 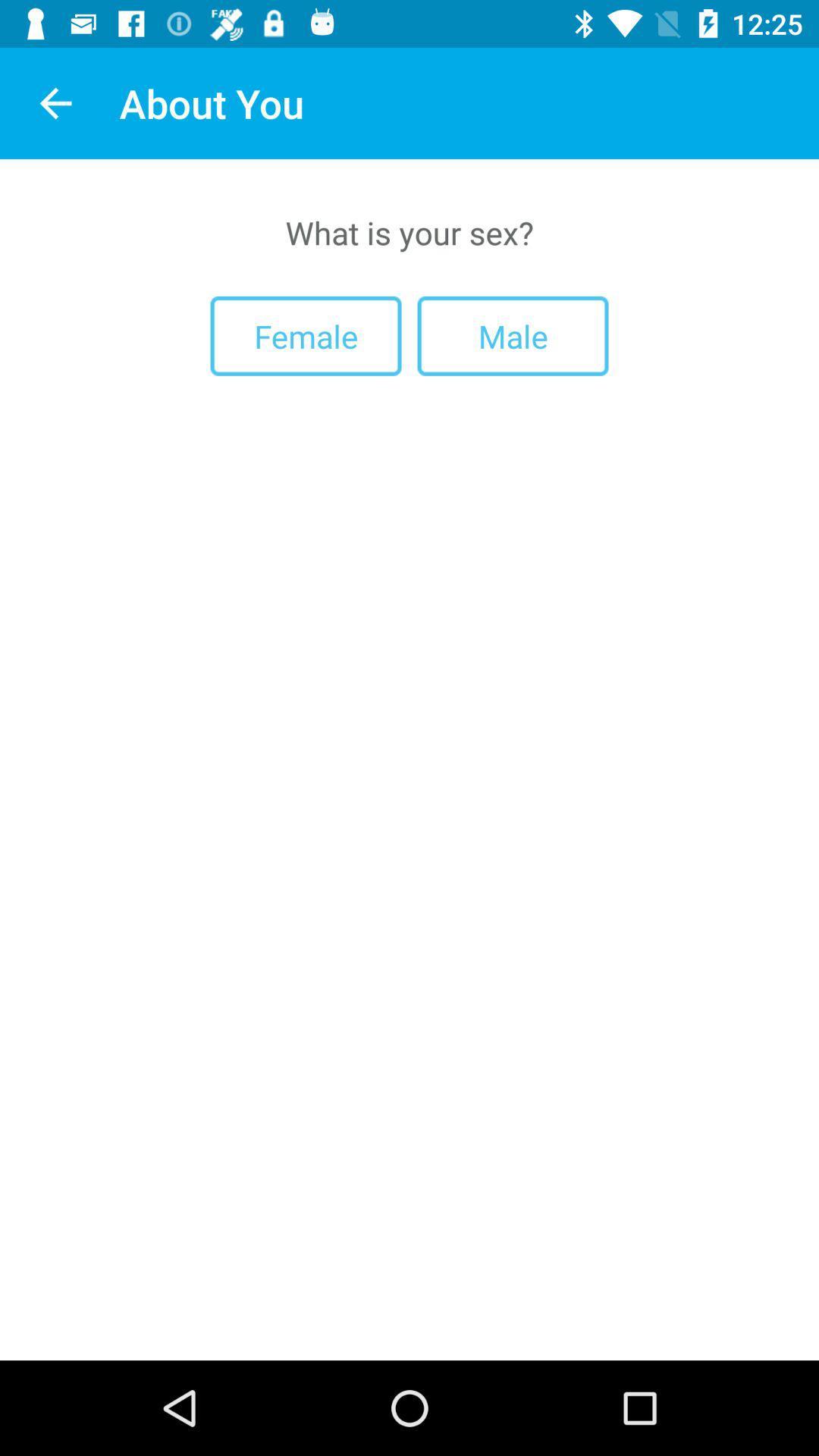 What do you see at coordinates (512, 335) in the screenshot?
I see `the item to the right of female` at bounding box center [512, 335].